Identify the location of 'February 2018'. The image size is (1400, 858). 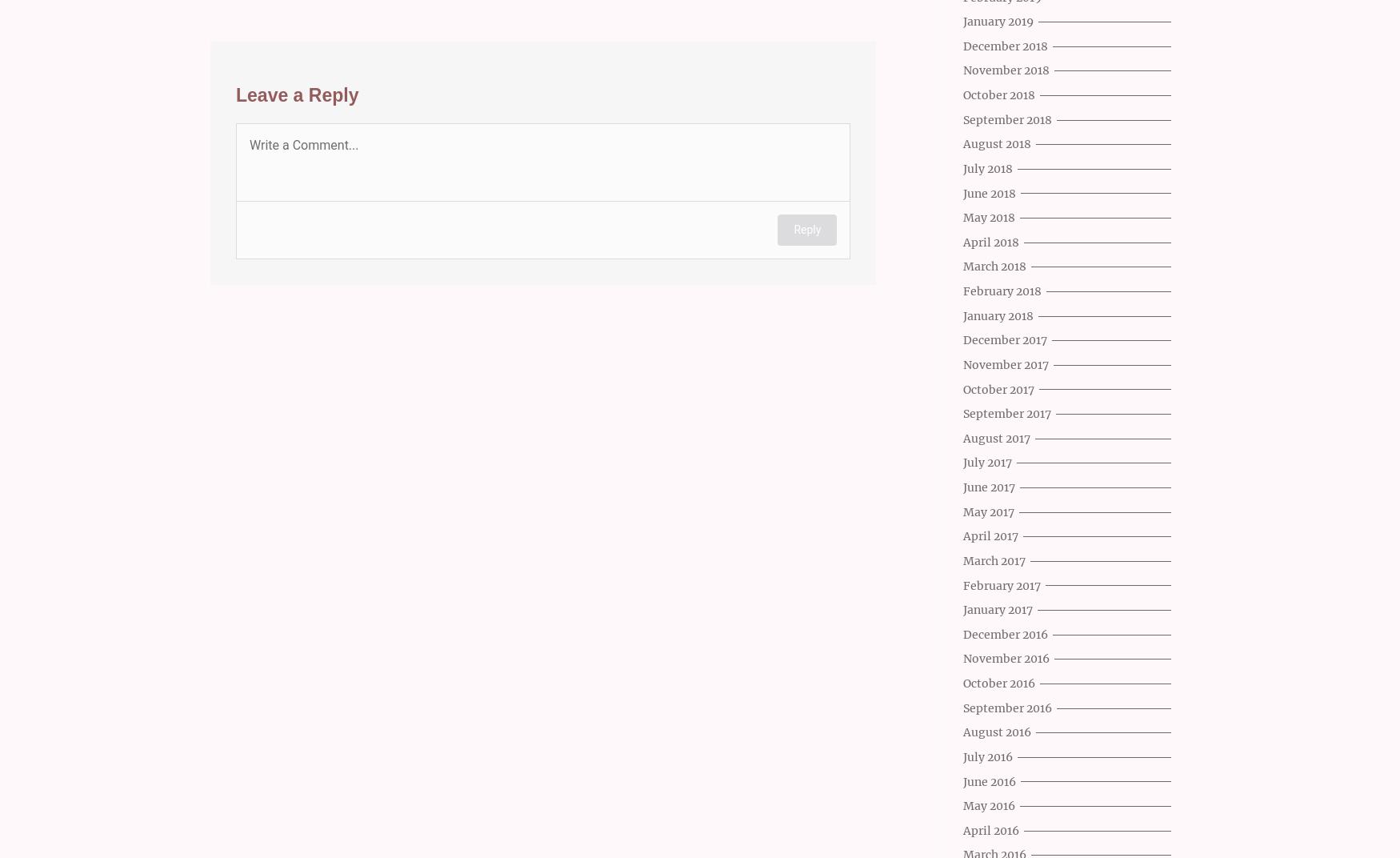
(1002, 291).